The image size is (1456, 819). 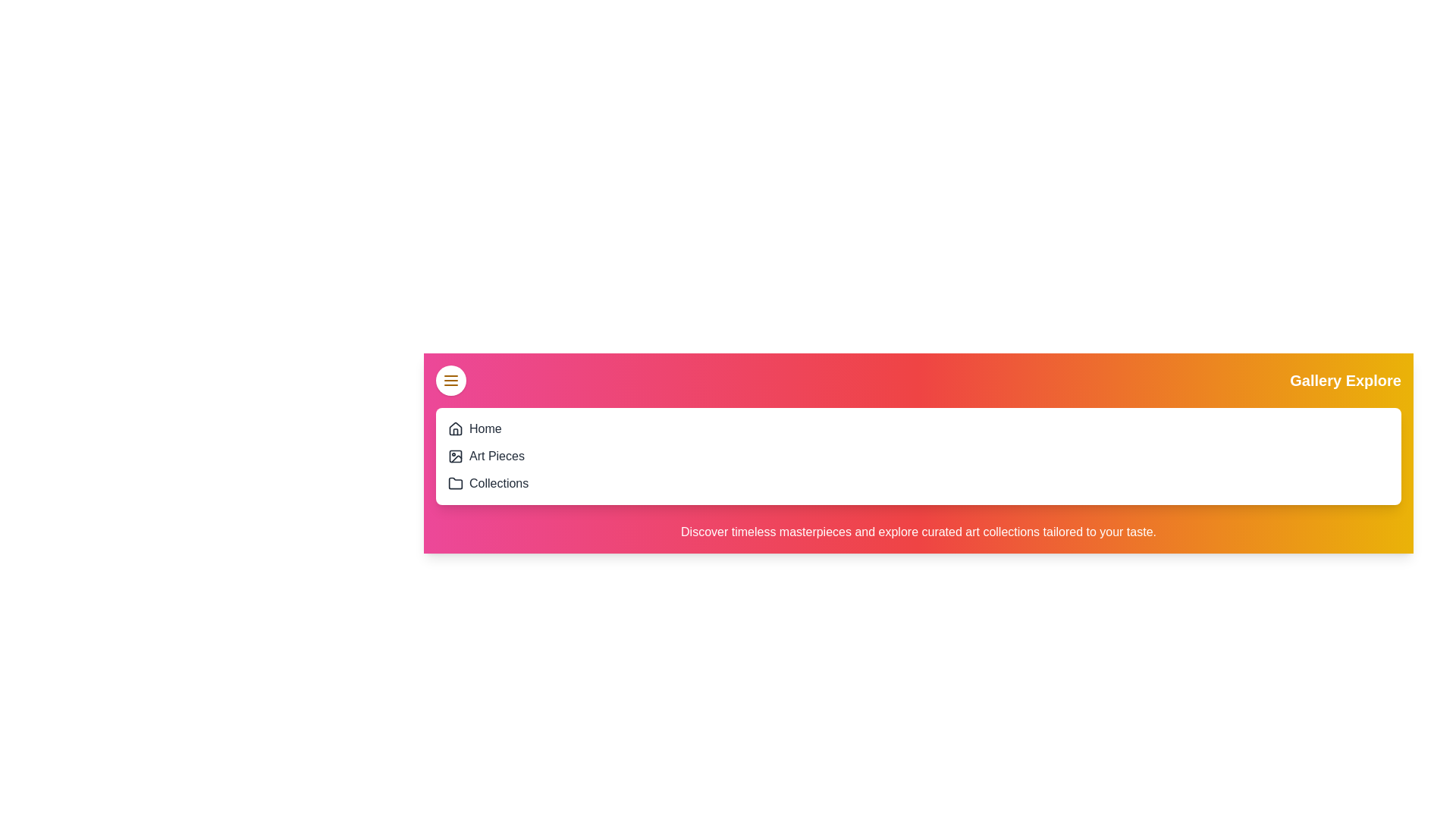 What do you see at coordinates (496, 455) in the screenshot?
I see `the 'Art Pieces' option in the menu` at bounding box center [496, 455].